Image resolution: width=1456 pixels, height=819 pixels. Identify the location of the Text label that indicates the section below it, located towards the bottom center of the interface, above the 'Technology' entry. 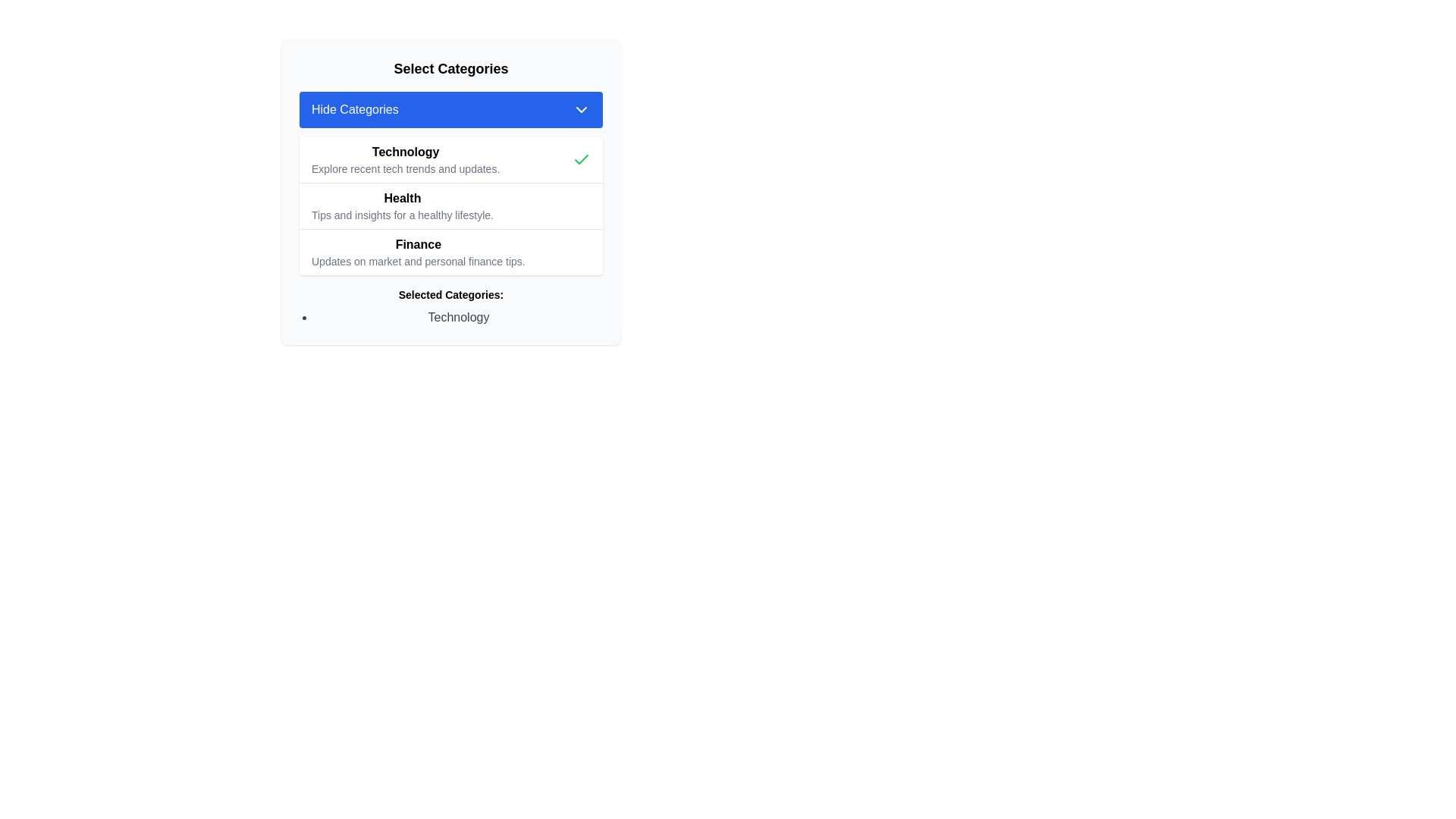
(450, 295).